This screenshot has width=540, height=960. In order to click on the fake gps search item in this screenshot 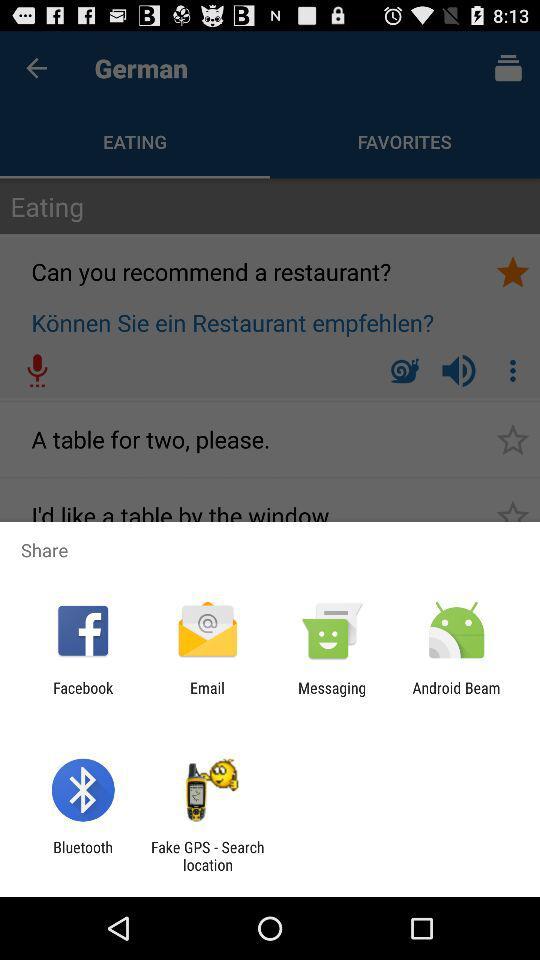, I will do `click(206, 855)`.